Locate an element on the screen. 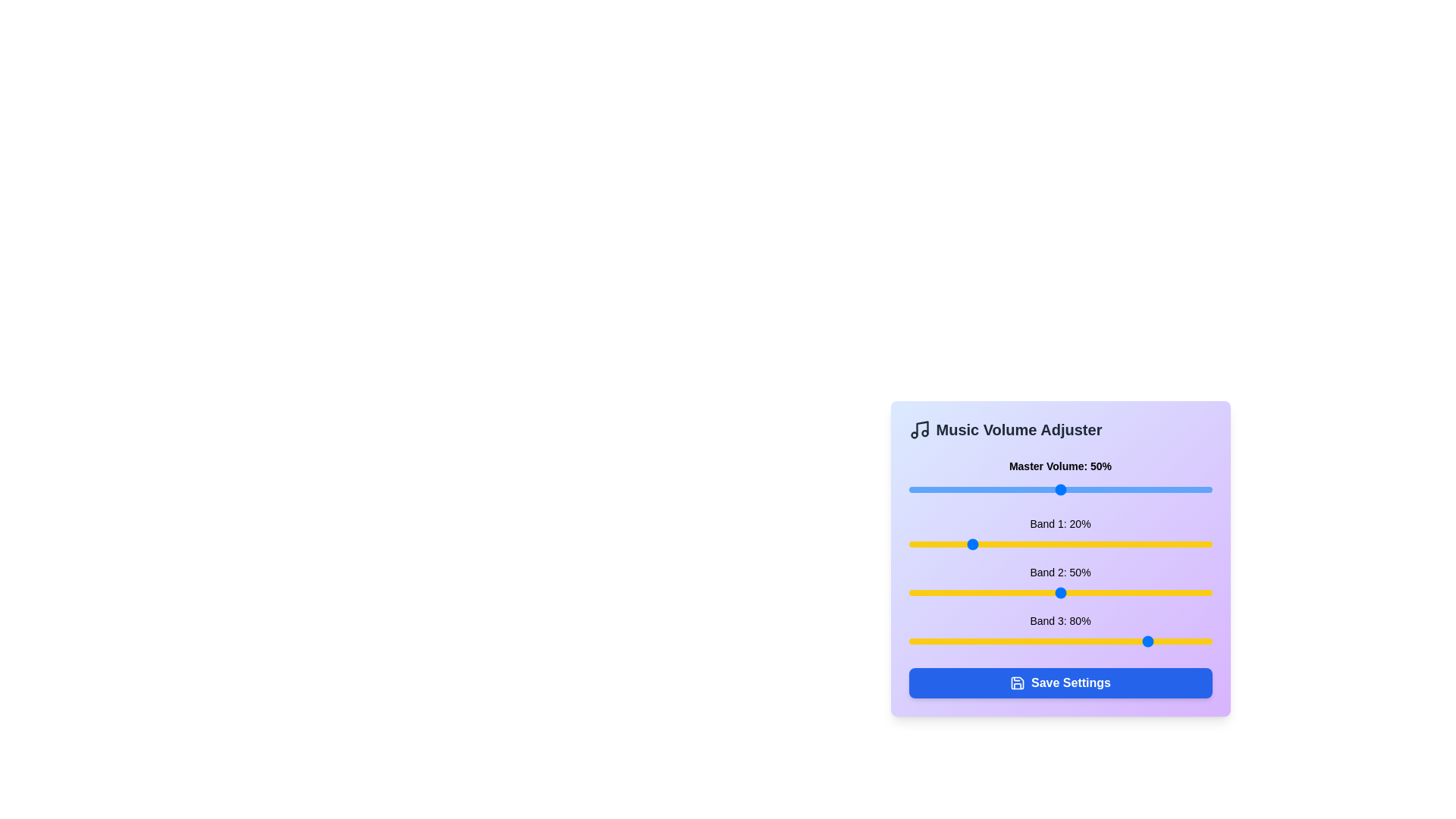 Image resolution: width=1456 pixels, height=819 pixels. Band 1 is located at coordinates (923, 543).